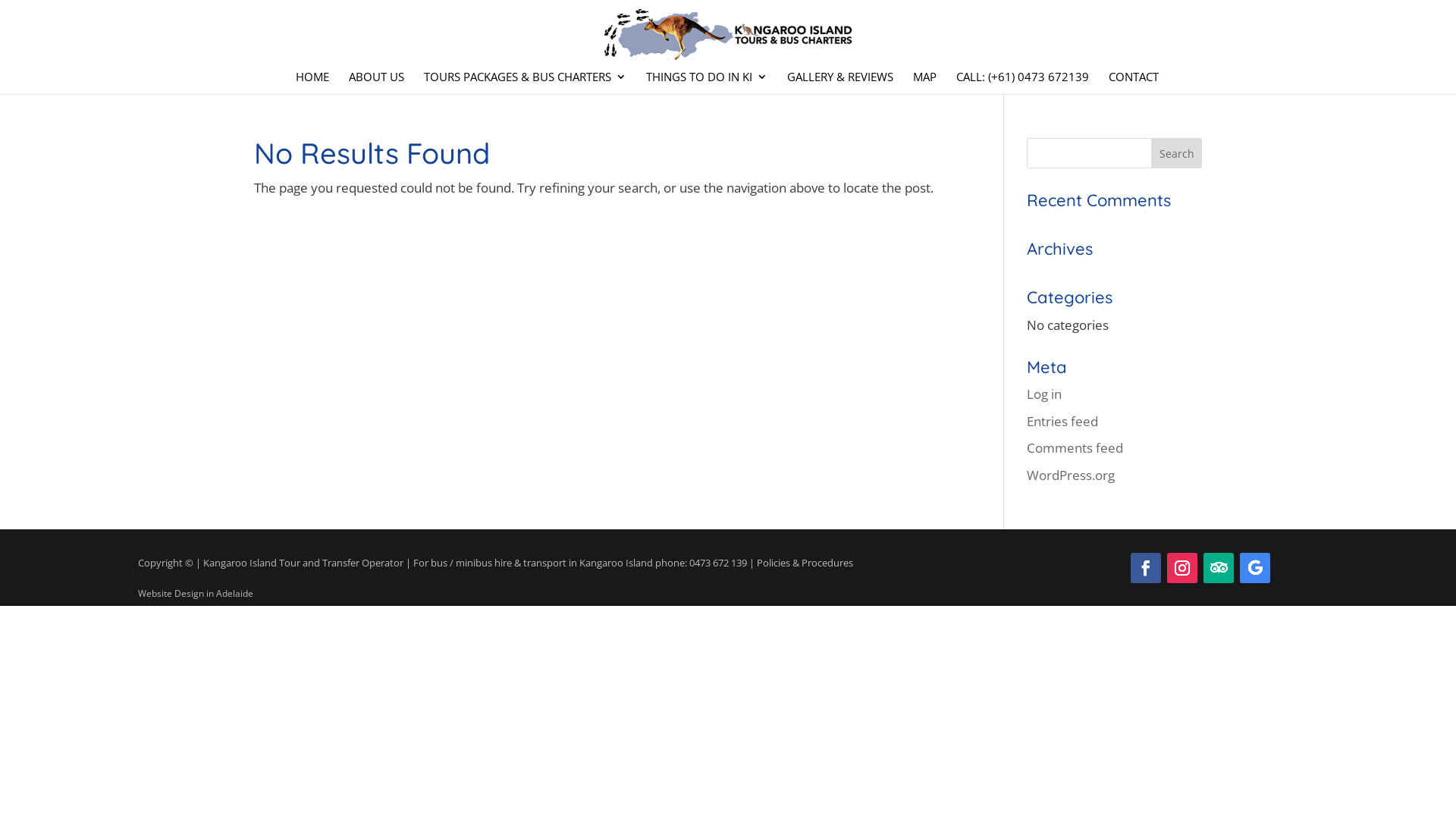  I want to click on 'Comments feed', so click(1074, 447).